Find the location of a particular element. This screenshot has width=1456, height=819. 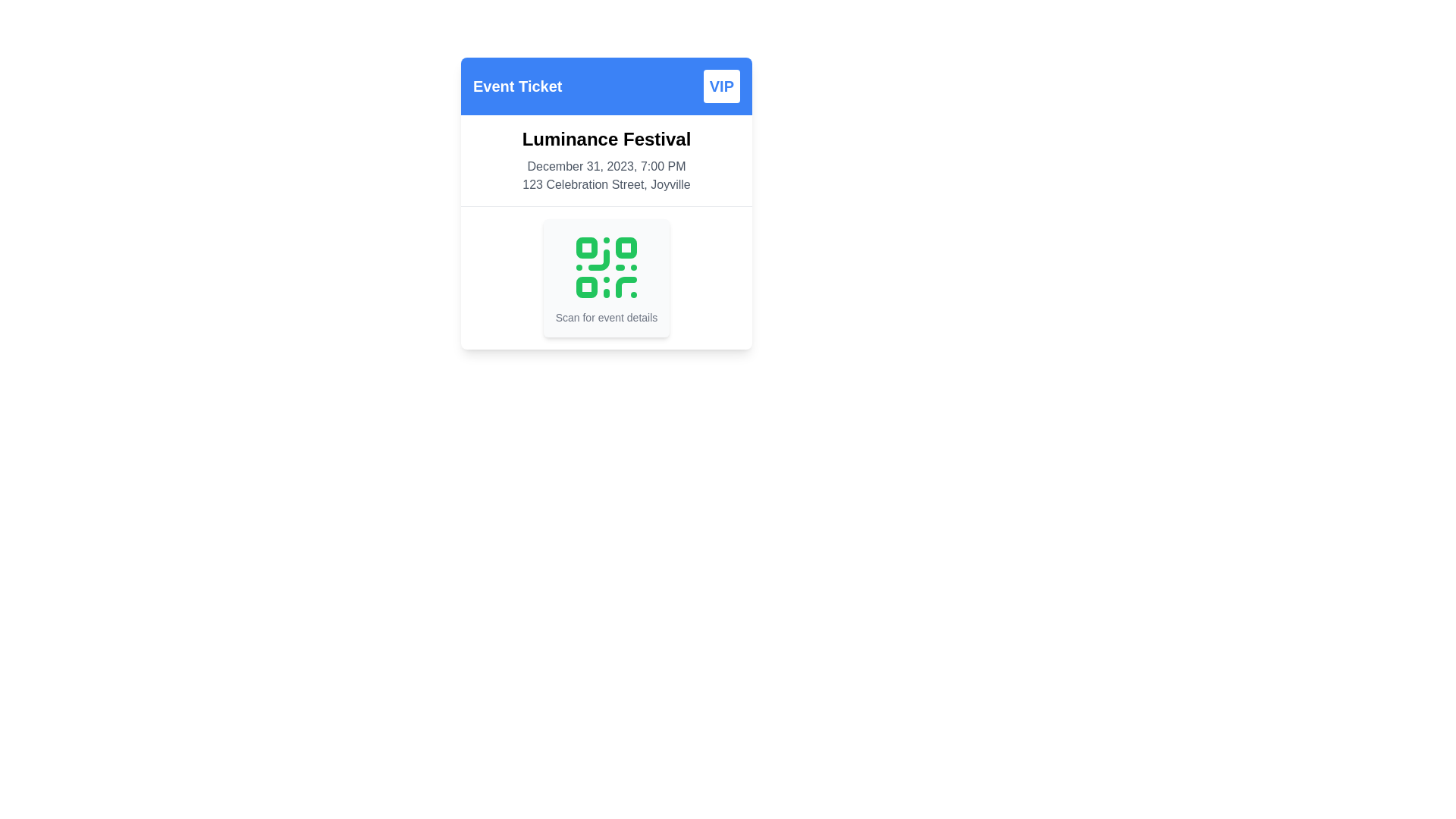

the static text field displaying '123 Celebration Street, Joyville', which is located below the date and time text and above the QR code section in the ticket UI is located at coordinates (607, 184).